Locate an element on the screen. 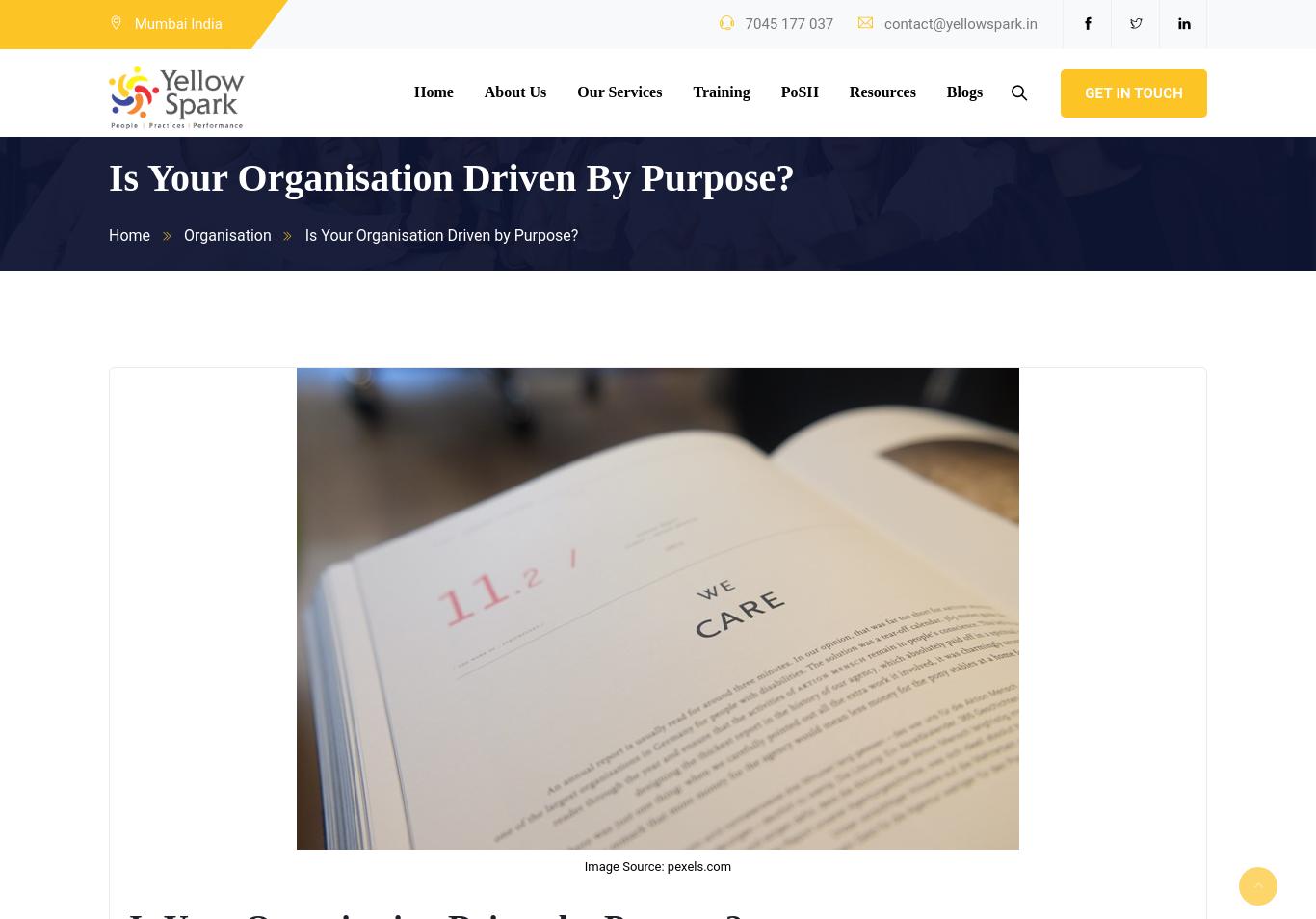 Image resolution: width=1316 pixels, height=919 pixels. 'PoSH' is located at coordinates (798, 91).